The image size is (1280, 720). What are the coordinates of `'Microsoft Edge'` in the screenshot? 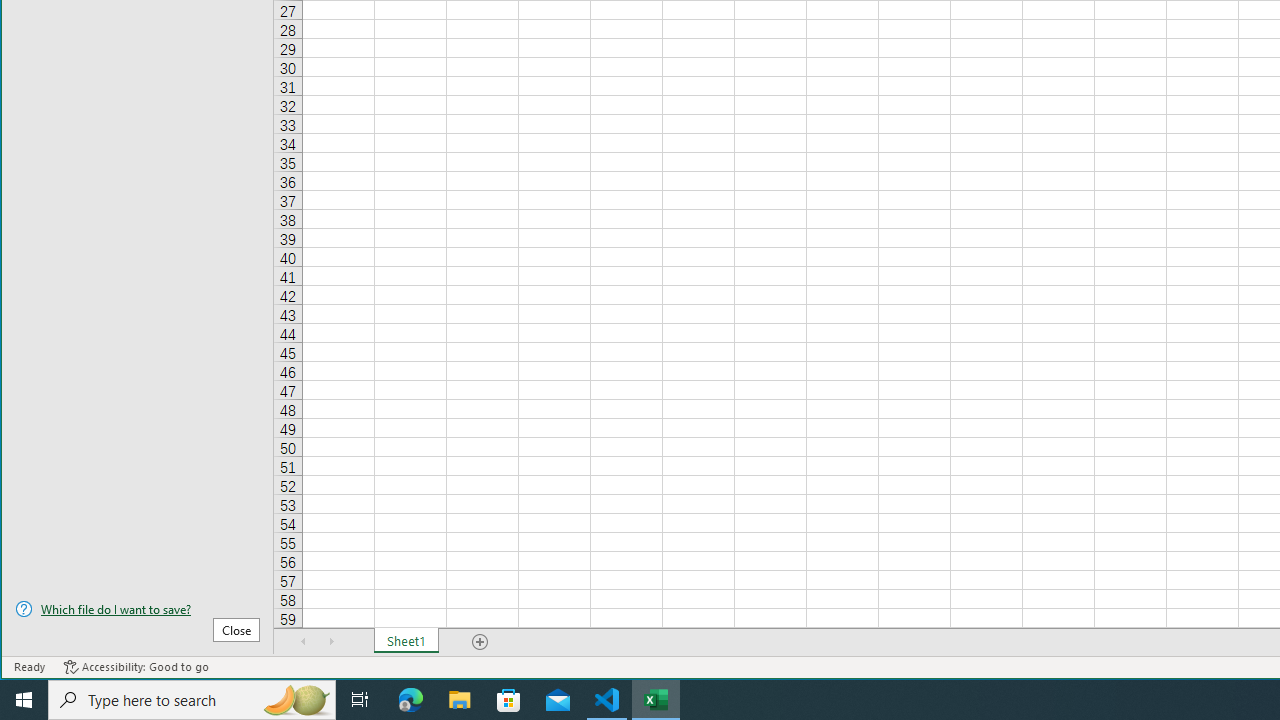 It's located at (410, 698).